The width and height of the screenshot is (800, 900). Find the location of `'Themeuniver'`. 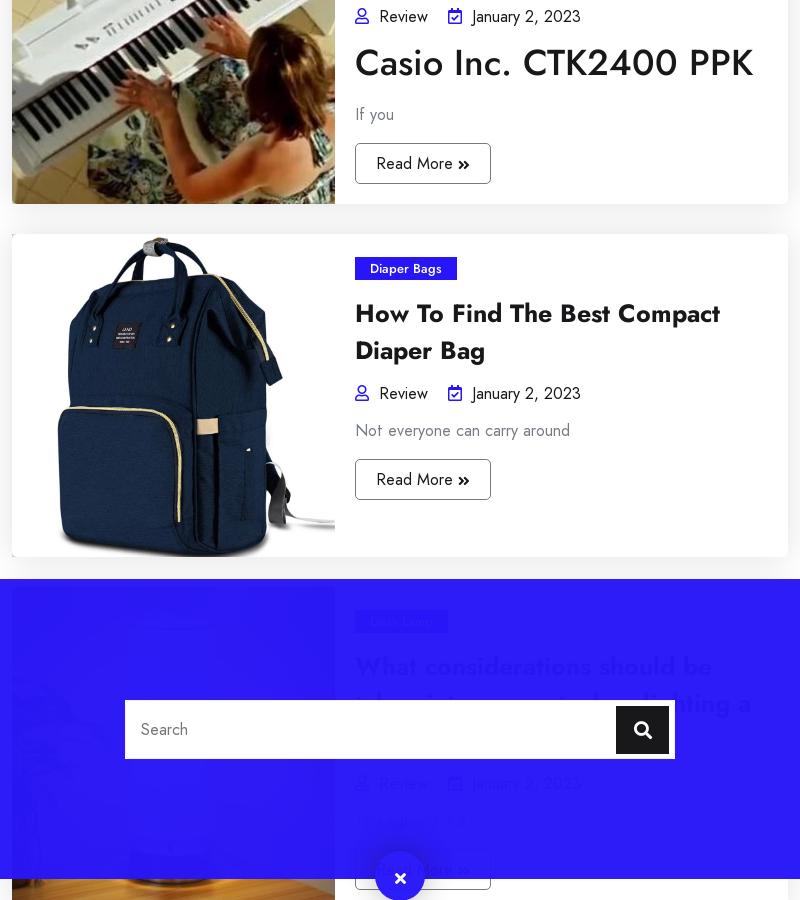

'Themeuniver' is located at coordinates (587, 798).